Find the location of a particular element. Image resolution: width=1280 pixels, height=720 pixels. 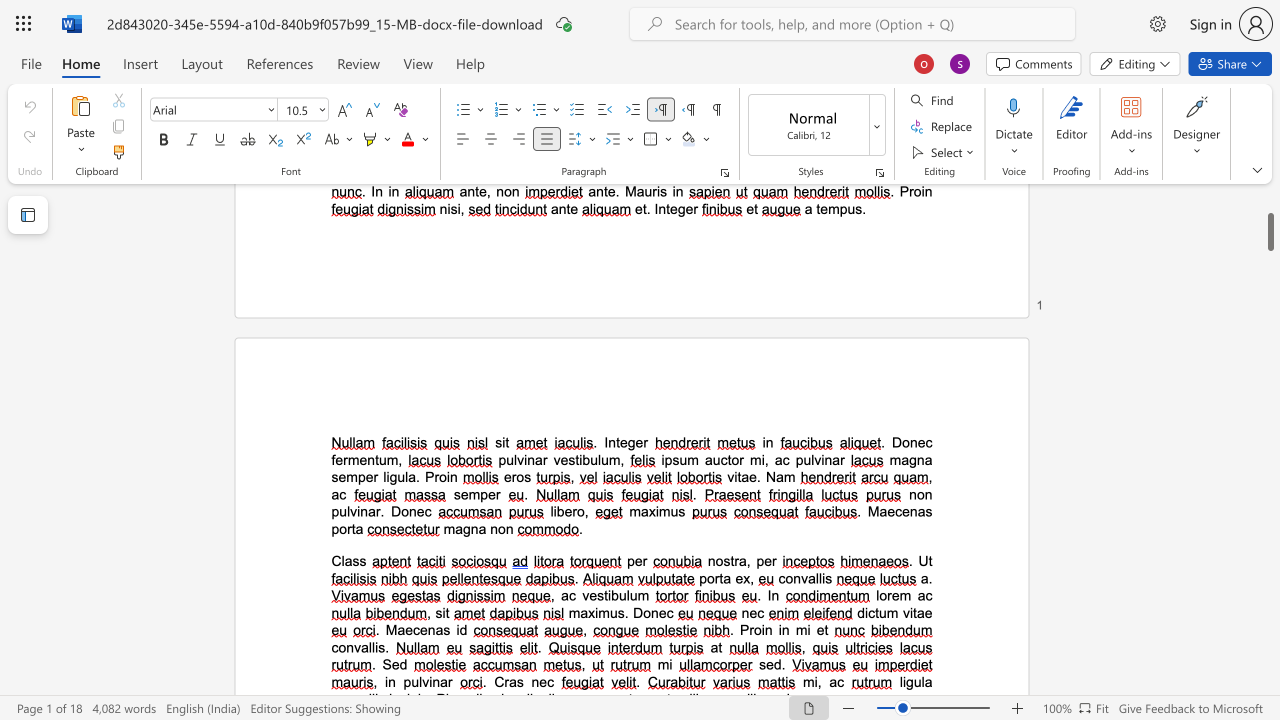

the space between the continuous character "n" and "a" in the text is located at coordinates (434, 630).